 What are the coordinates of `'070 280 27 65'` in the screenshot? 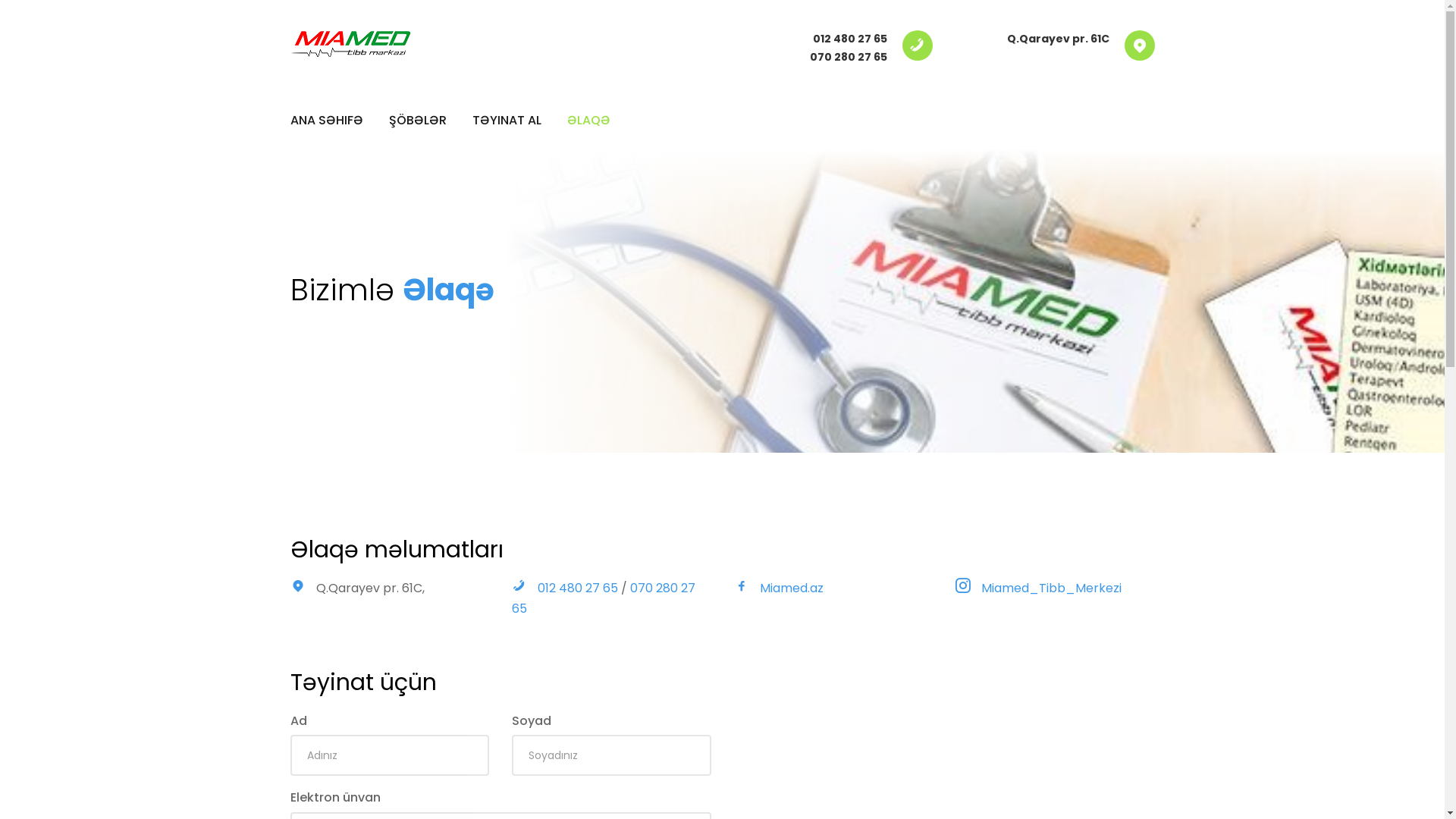 It's located at (847, 55).